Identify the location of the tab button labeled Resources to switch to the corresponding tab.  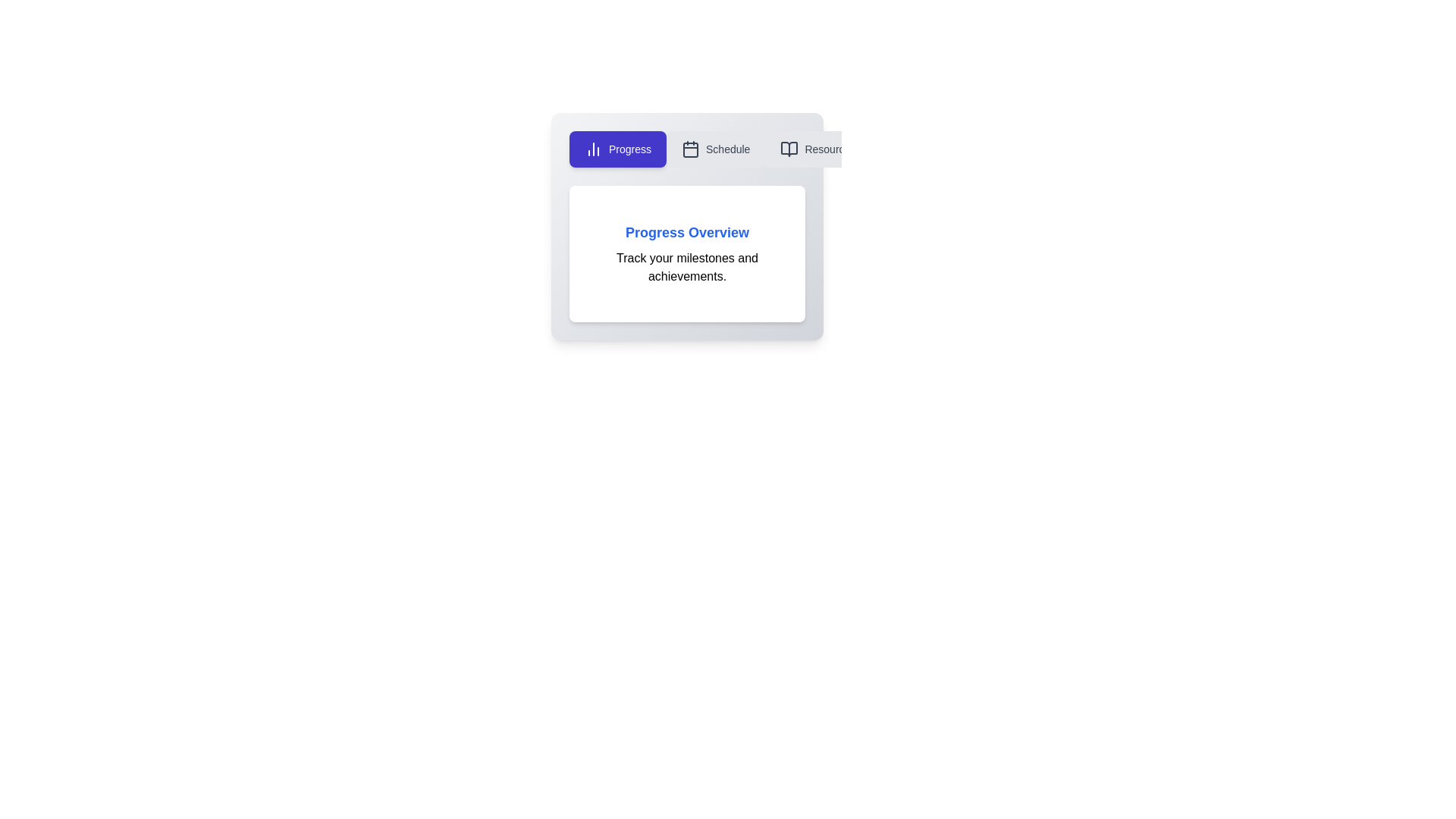
(817, 149).